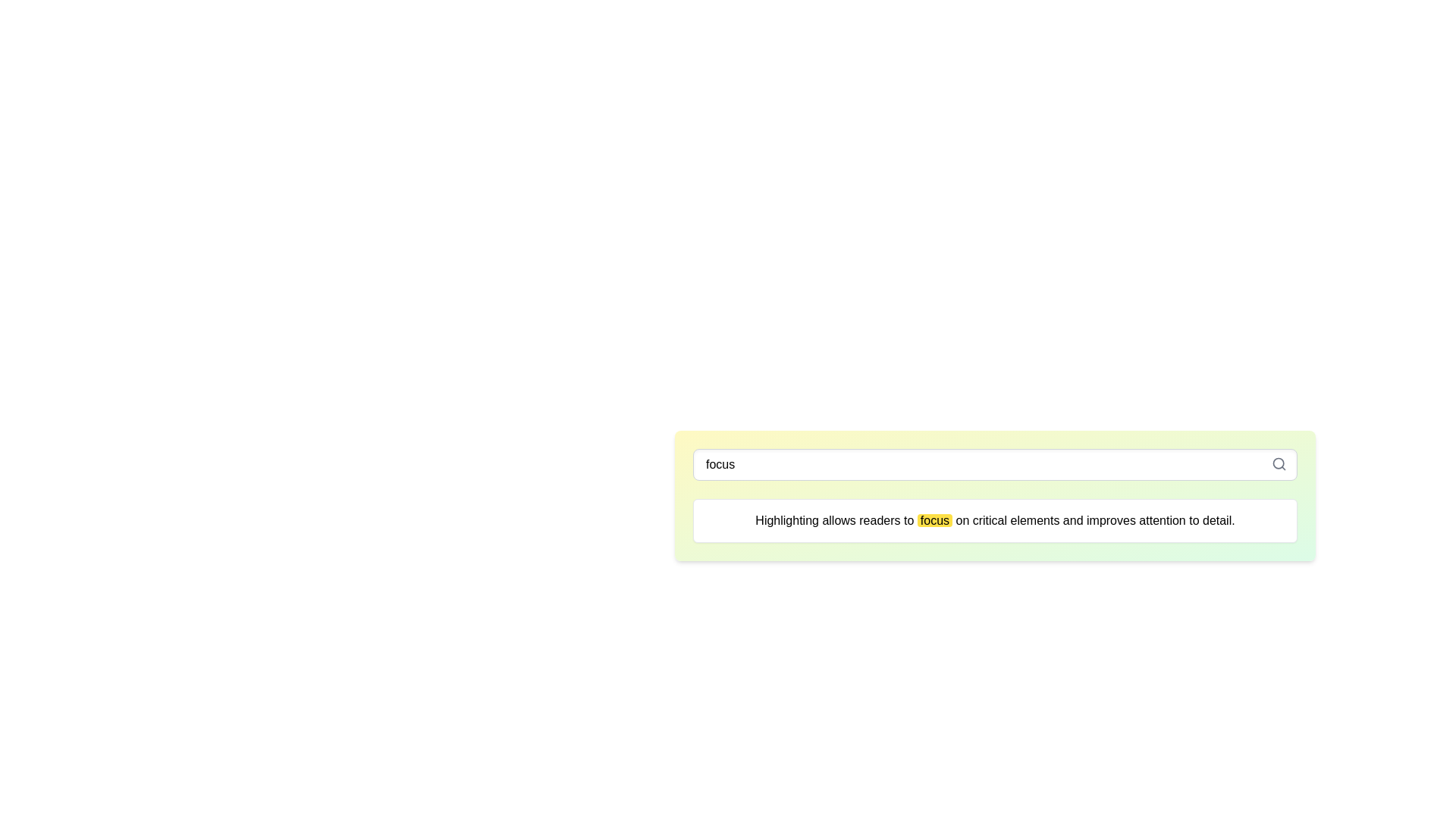 The image size is (1456, 819). I want to click on the magnifying glass icon located to the right inside the input field to trigger tooltip or visual feedback, so click(1278, 463).